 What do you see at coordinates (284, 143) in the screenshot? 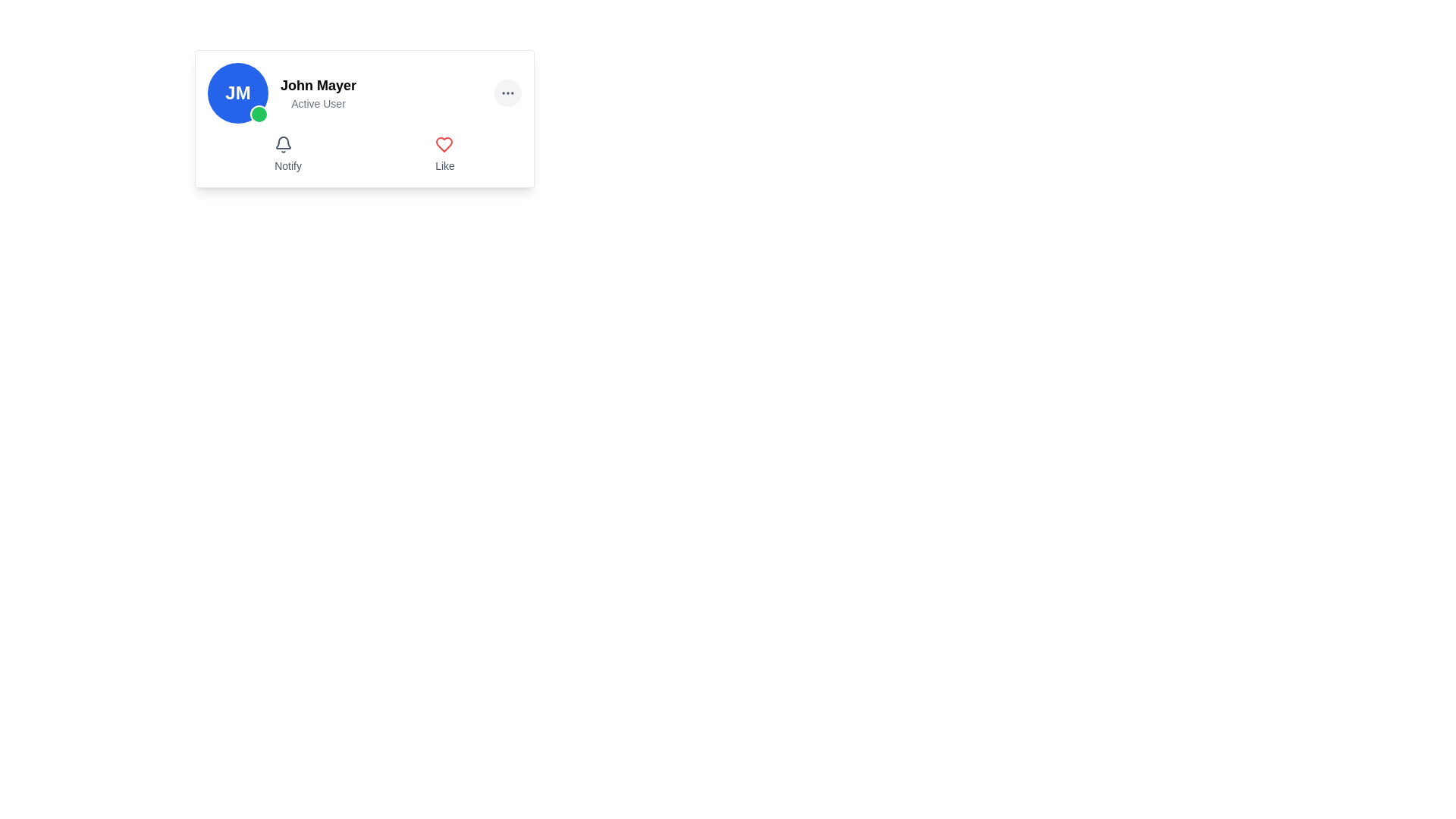
I see `the bell icon located in the top-right corner of the 'John Mayer - Active User' card interface for notification-related actions` at bounding box center [284, 143].